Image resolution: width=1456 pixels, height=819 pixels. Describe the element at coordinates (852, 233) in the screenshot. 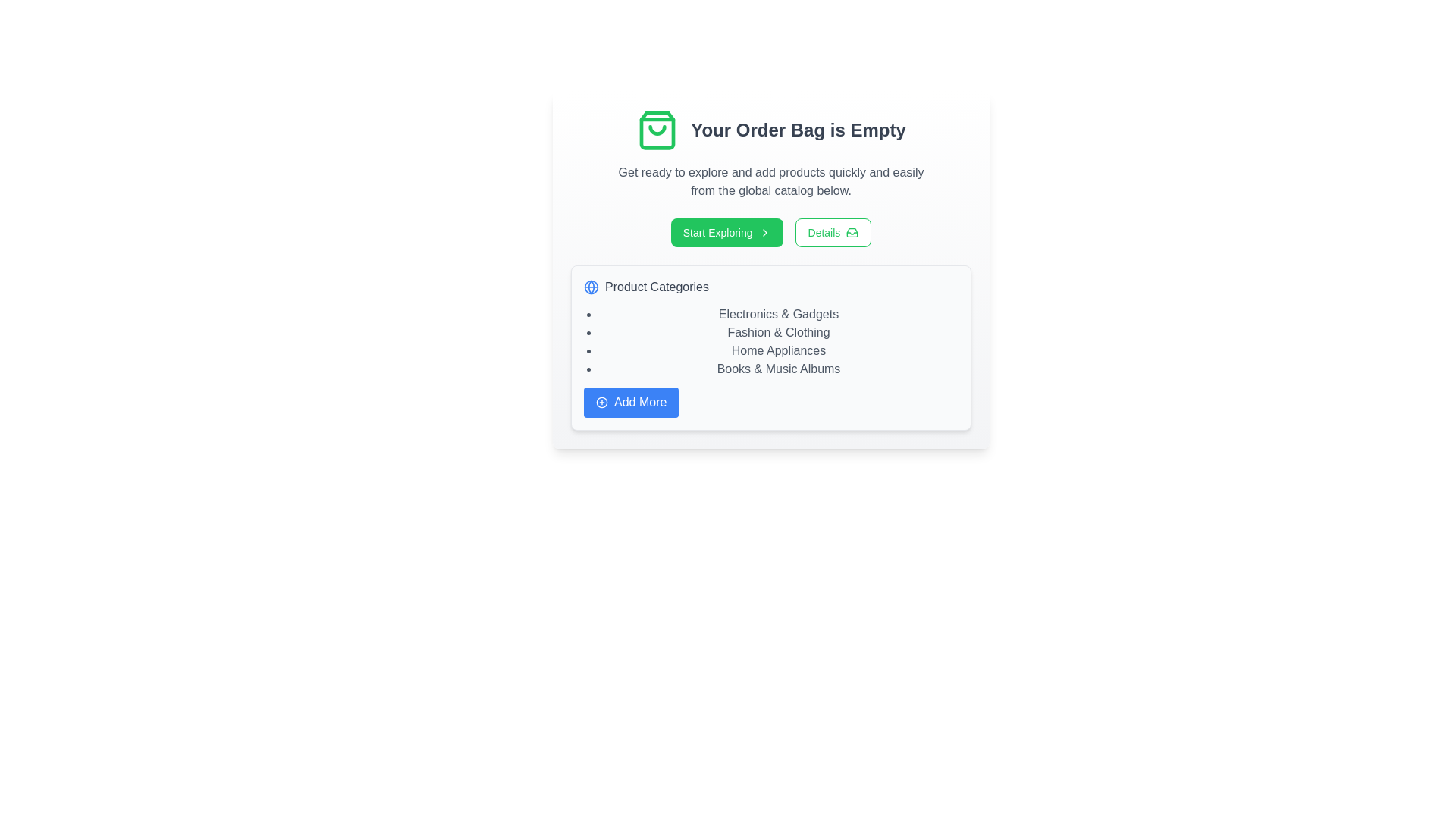

I see `the envelope icon located to the right of the 'Start Exploring' button, which visually represents the inbox and related actions` at that location.